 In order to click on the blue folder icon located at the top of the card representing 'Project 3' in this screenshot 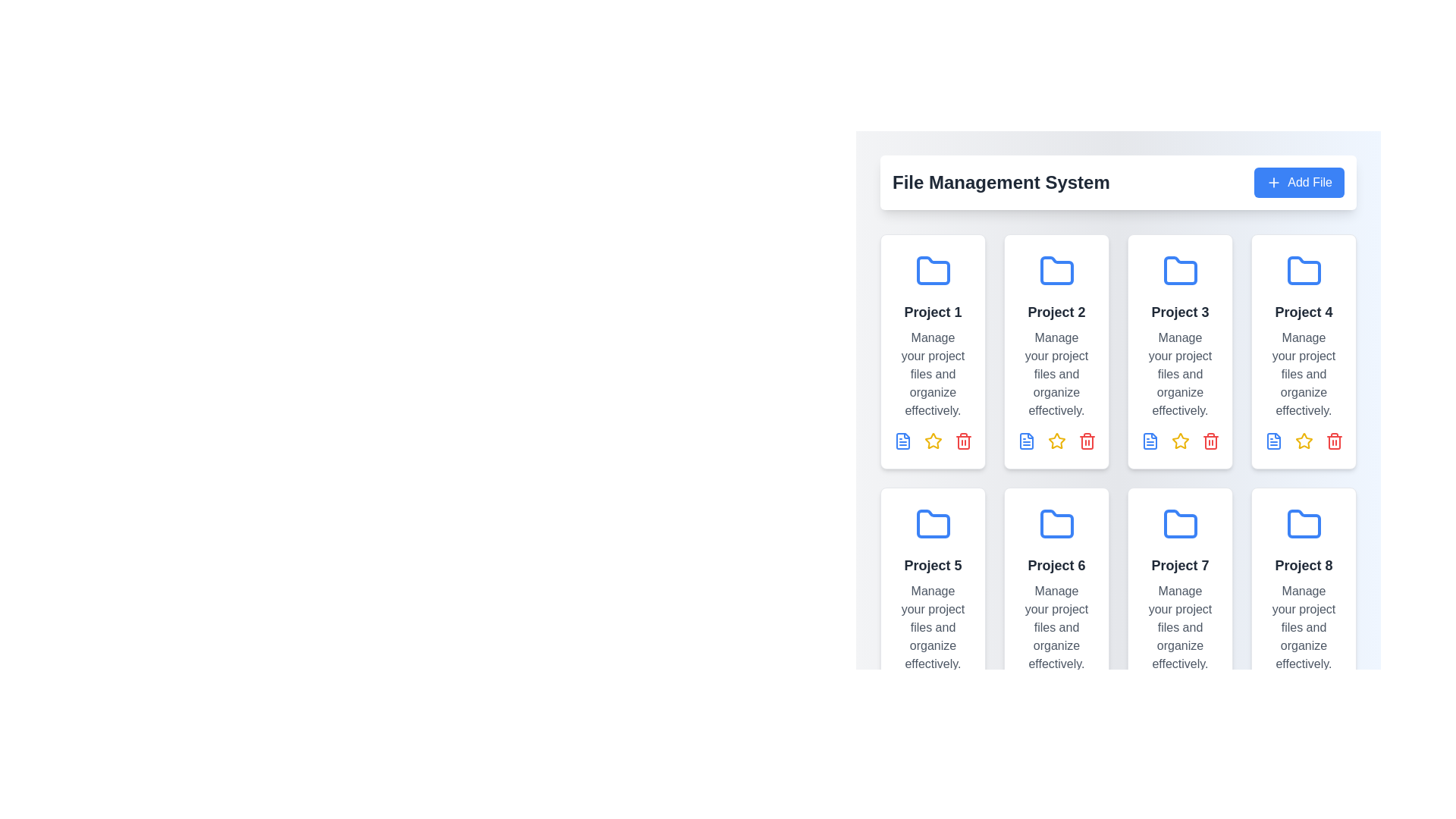, I will do `click(1179, 271)`.